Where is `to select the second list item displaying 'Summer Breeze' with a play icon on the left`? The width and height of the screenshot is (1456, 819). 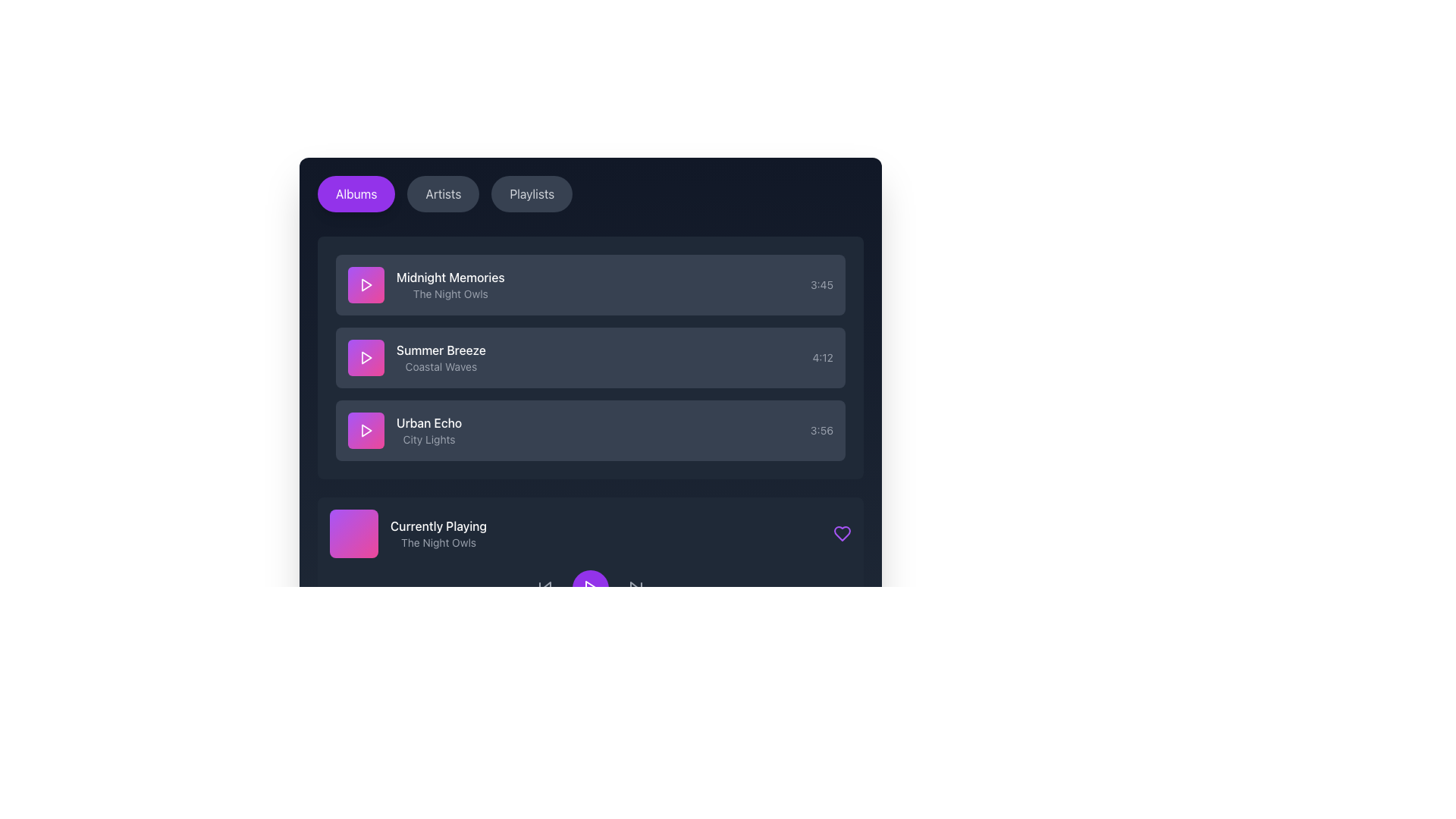 to select the second list item displaying 'Summer Breeze' with a play icon on the left is located at coordinates (416, 357).